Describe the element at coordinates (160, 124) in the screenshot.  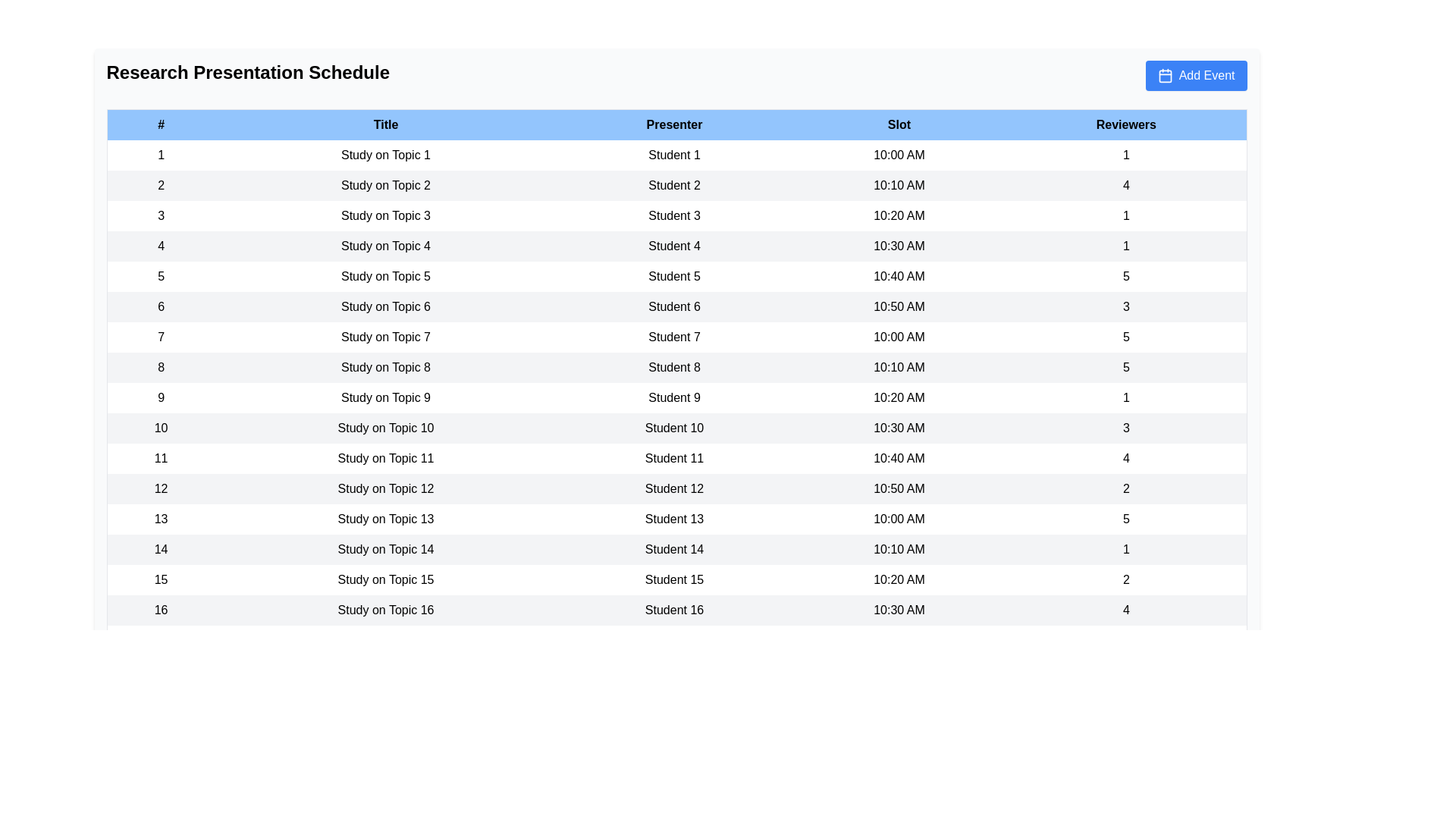
I see `the column header # to sort the table by that column` at that location.